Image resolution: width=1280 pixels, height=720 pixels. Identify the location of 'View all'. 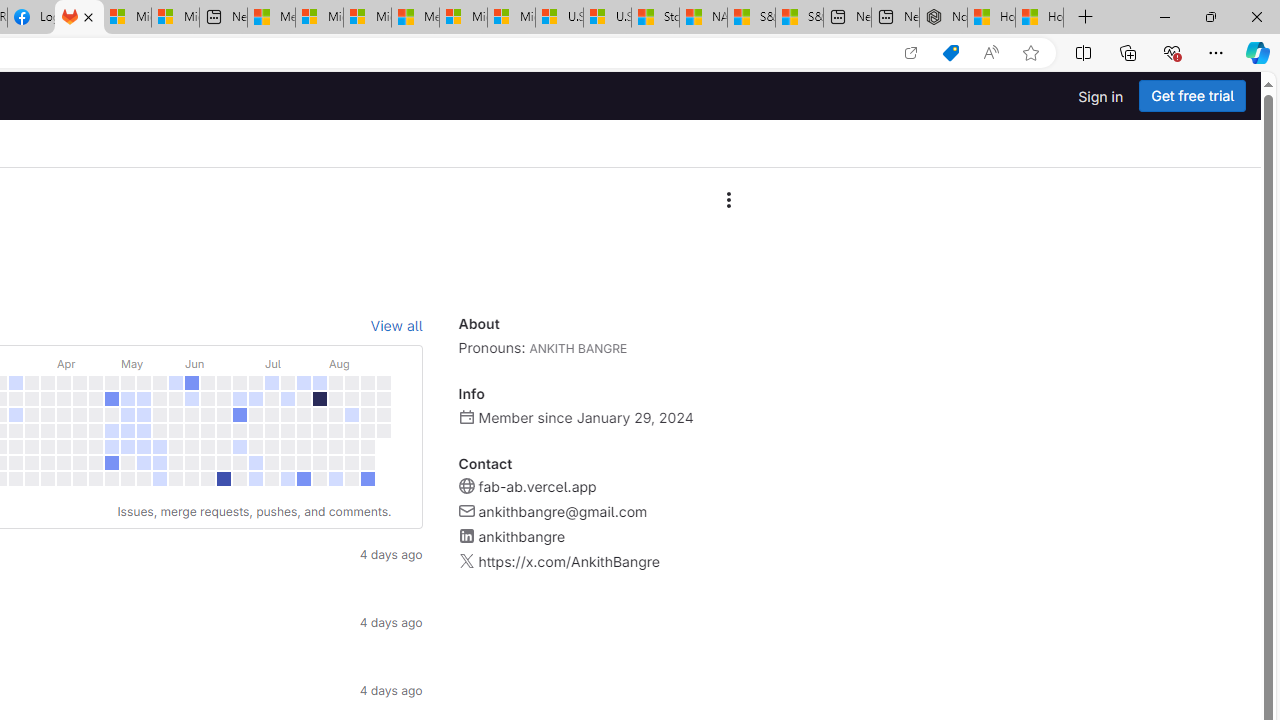
(396, 324).